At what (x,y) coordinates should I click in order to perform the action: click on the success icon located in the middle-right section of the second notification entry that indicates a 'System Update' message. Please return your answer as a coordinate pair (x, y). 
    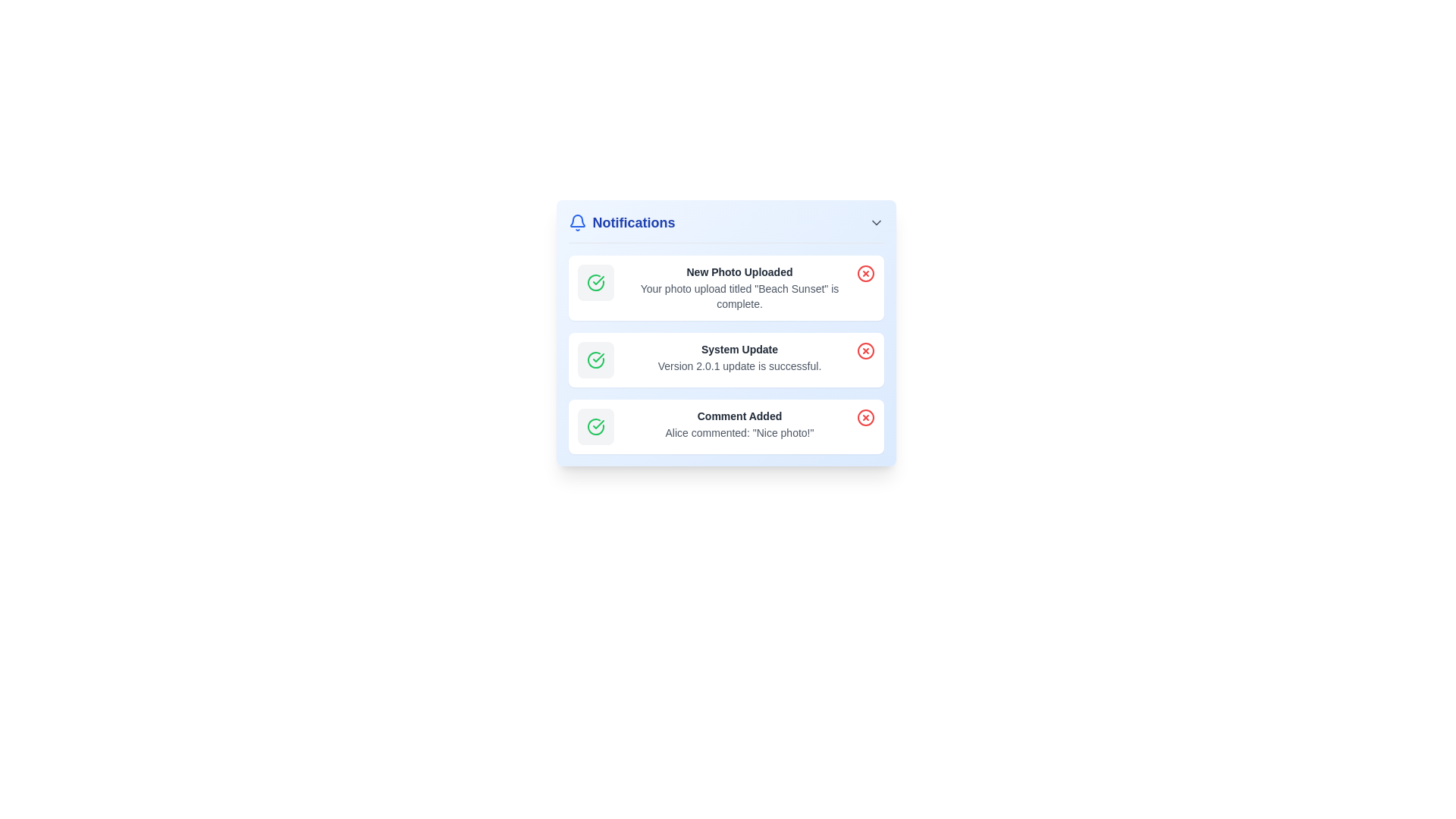
    Looking at the image, I should click on (595, 283).